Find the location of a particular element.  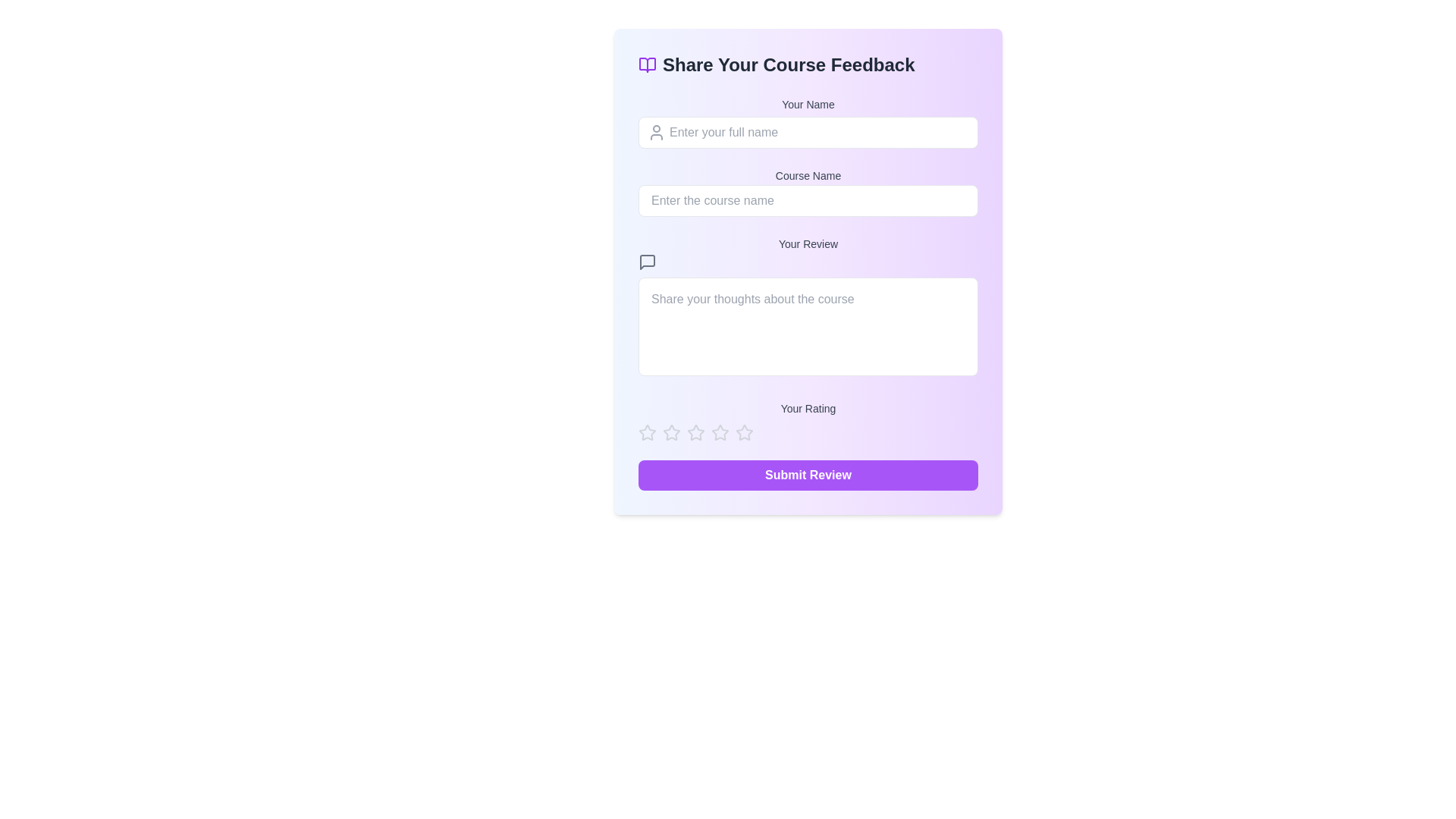

the purple book icon located at the start of the text 'Share Your Course Feedback' is located at coordinates (648, 64).